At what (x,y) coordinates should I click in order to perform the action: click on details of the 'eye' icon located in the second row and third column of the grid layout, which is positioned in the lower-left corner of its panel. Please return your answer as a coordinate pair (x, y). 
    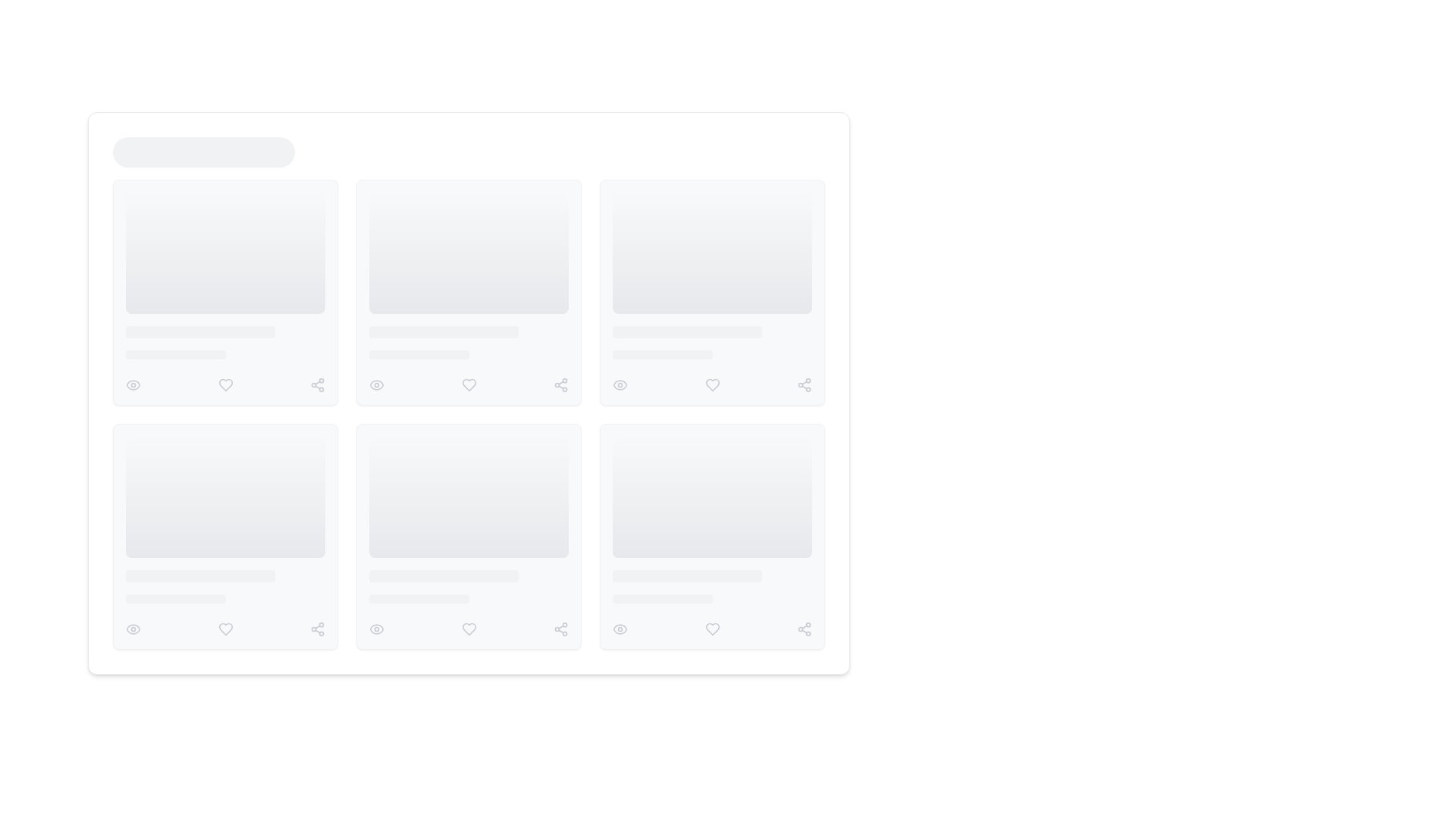
    Looking at the image, I should click on (620, 384).